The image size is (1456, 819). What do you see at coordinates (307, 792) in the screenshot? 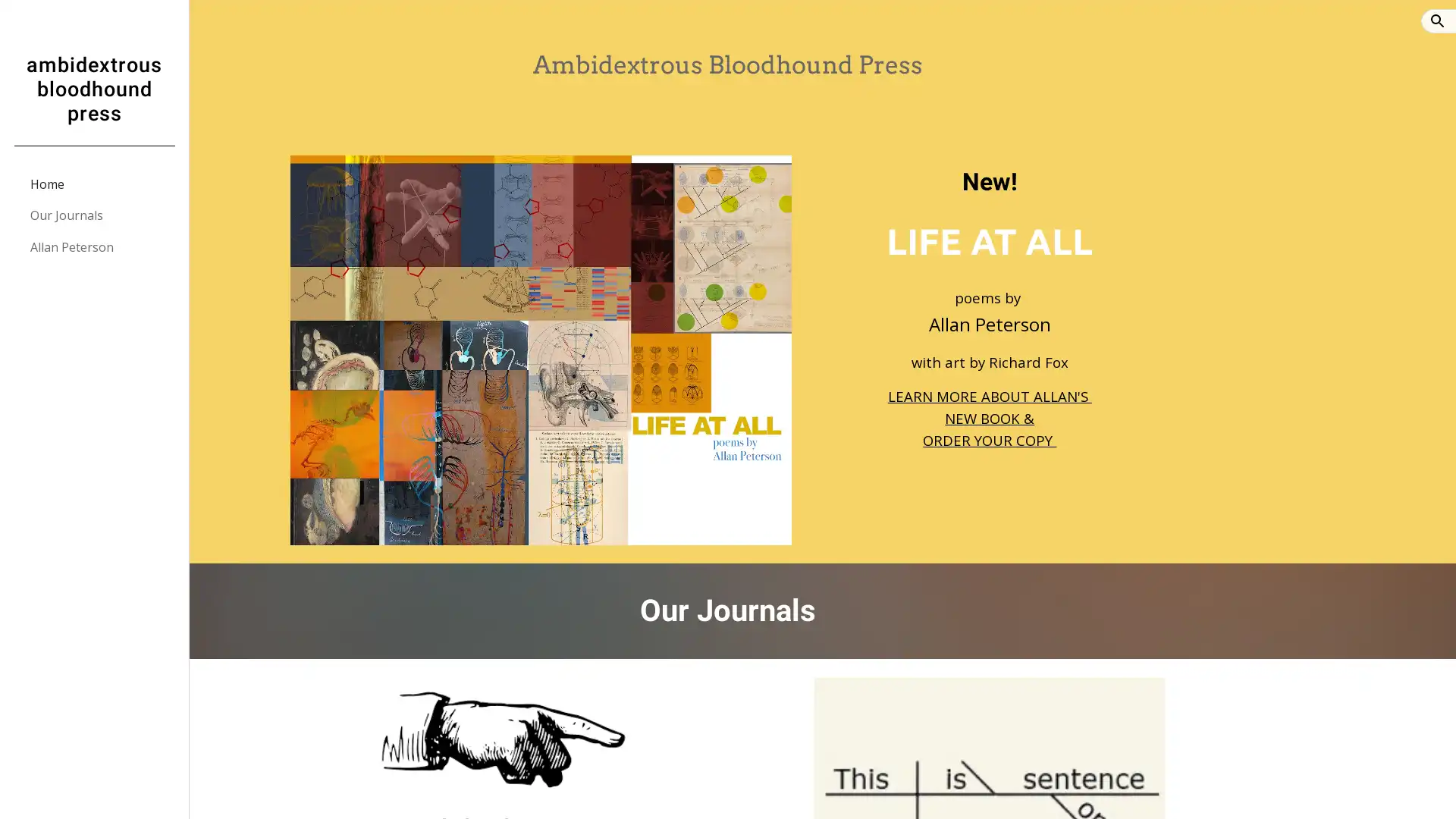
I see `Google Sites` at bounding box center [307, 792].